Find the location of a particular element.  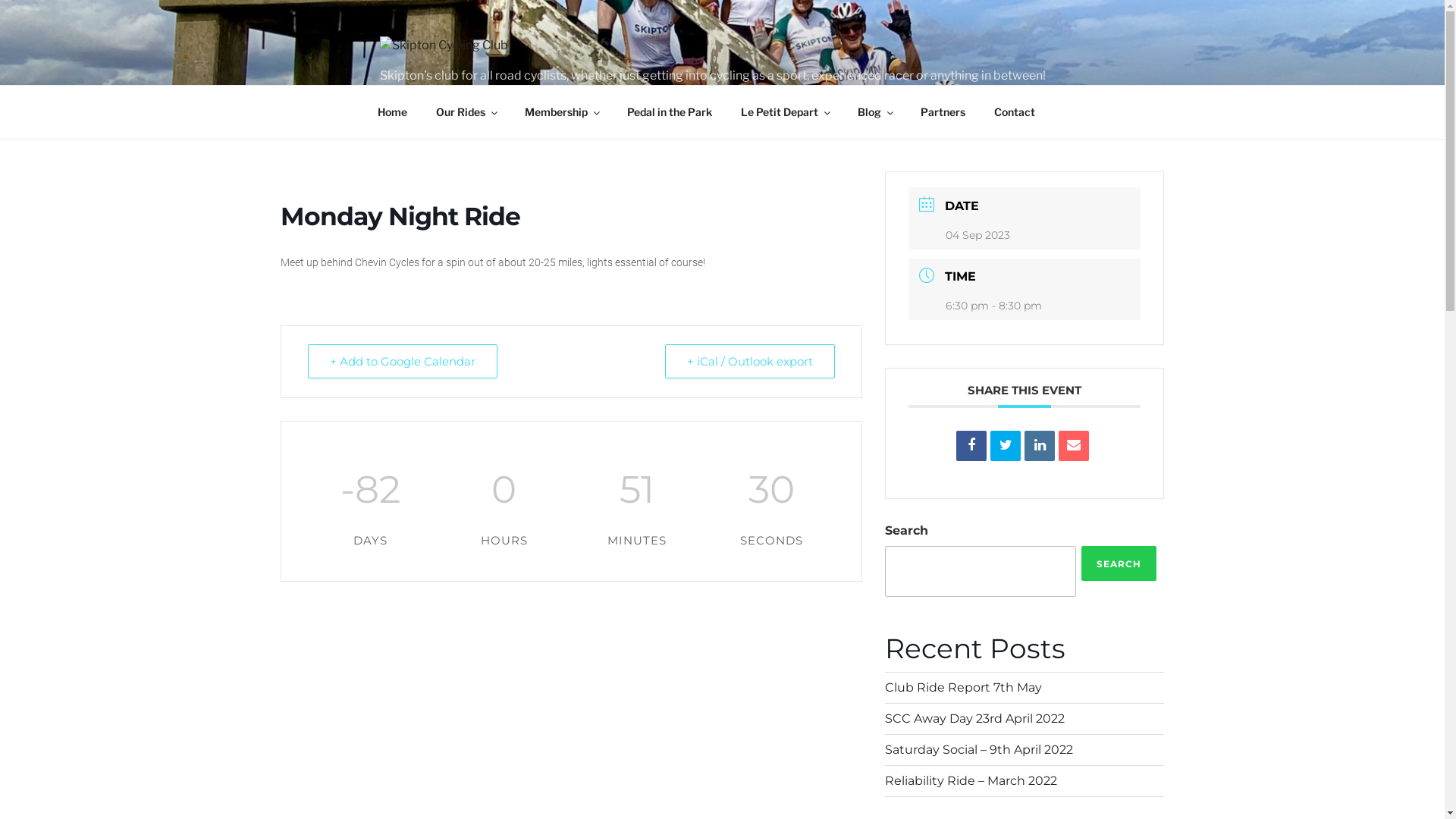

'Pedal in the Park' is located at coordinates (669, 111).